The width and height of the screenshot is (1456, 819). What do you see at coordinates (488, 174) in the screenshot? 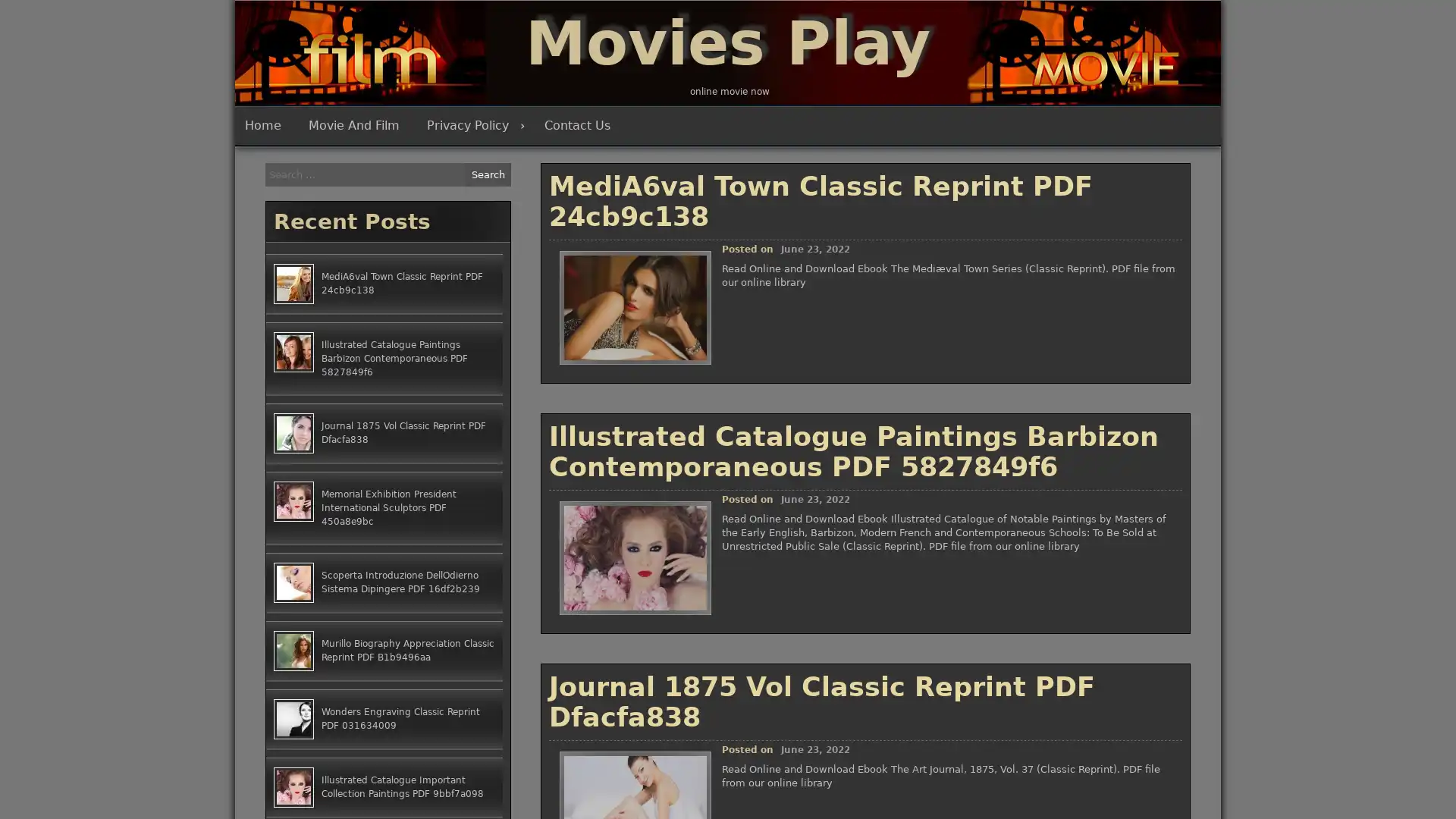
I see `Search` at bounding box center [488, 174].